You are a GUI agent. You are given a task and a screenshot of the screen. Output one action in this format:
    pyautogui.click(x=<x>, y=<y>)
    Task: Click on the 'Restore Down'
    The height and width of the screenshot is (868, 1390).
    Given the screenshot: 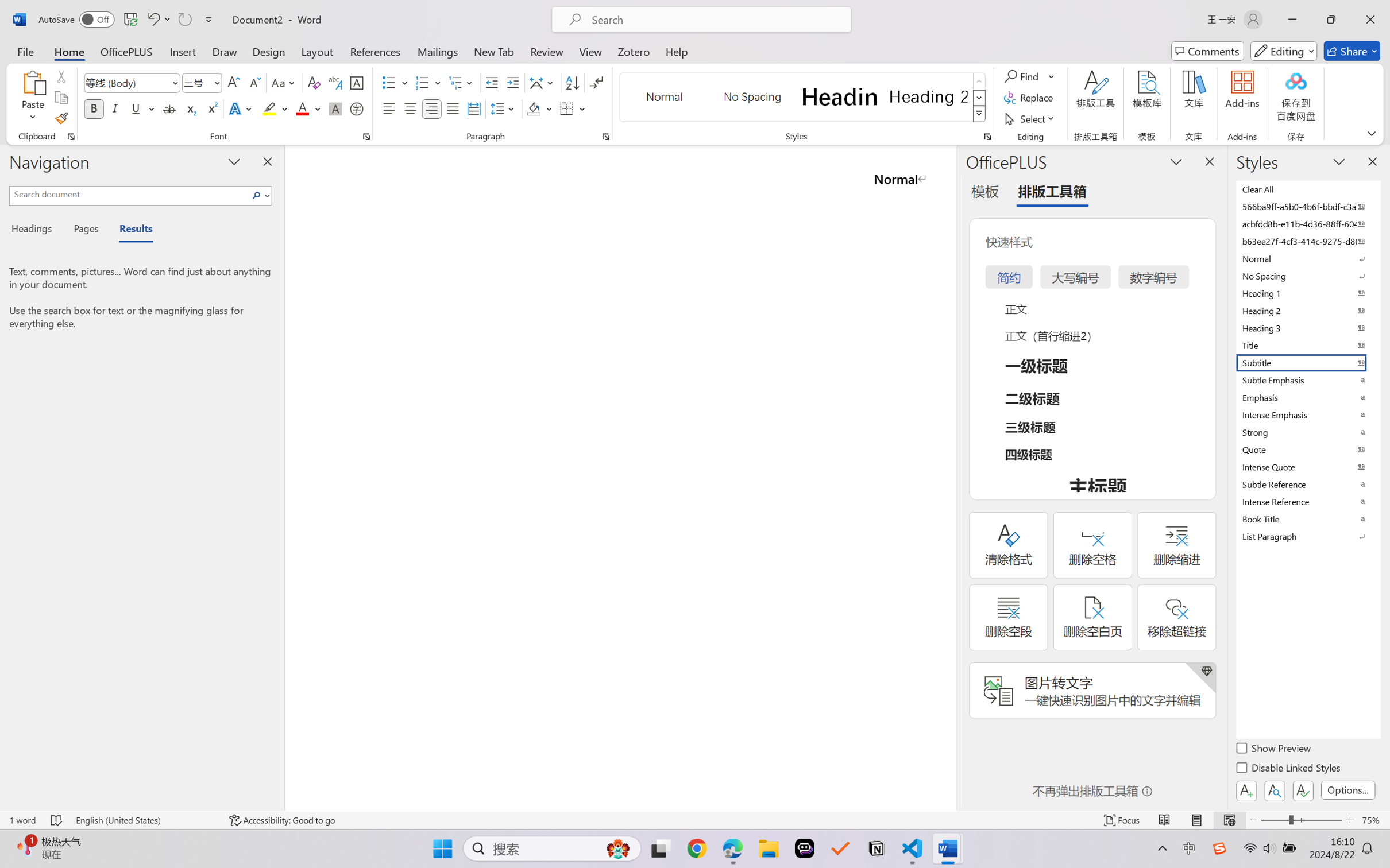 What is the action you would take?
    pyautogui.click(x=1331, y=19)
    